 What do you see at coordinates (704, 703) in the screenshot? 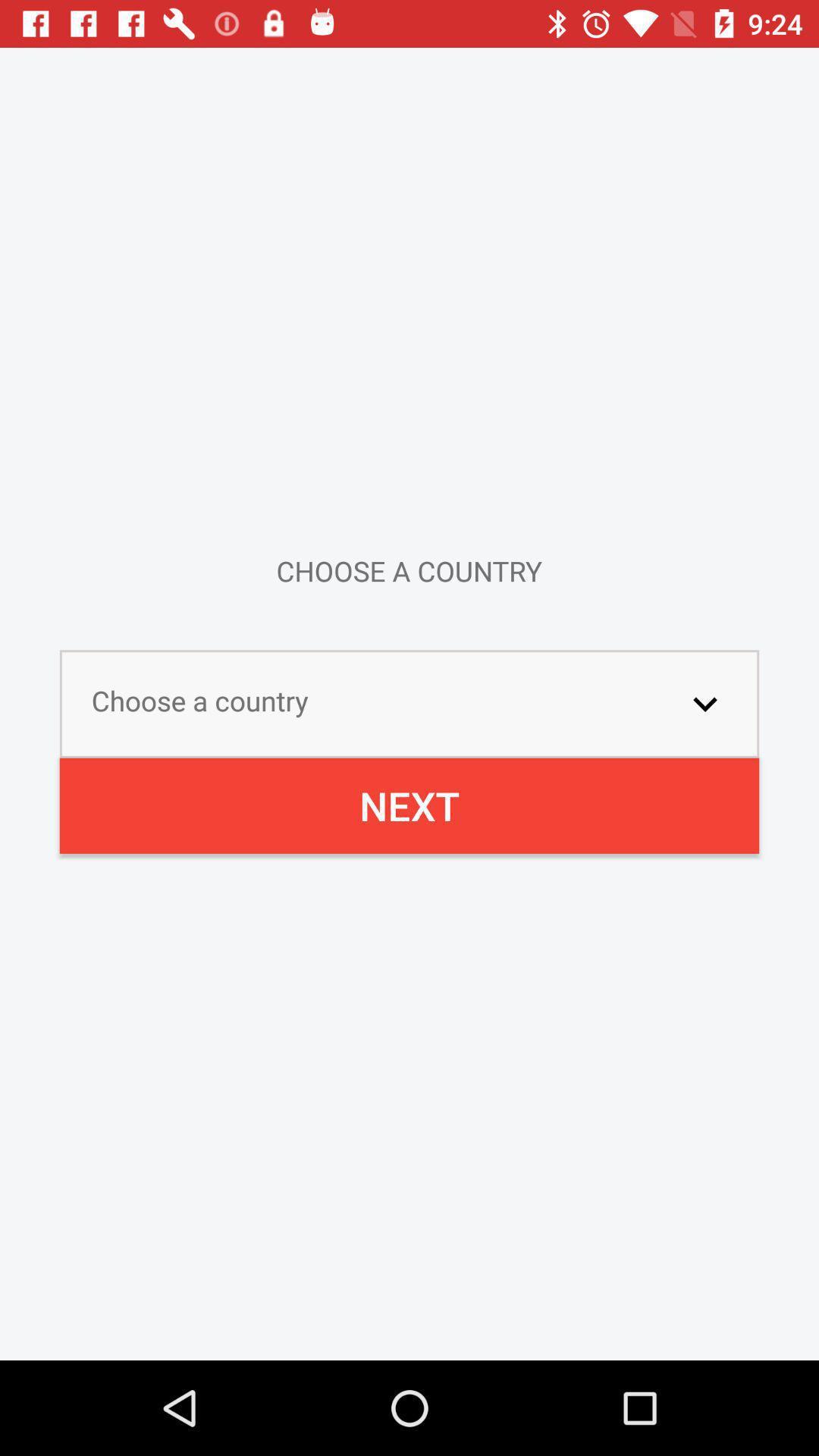
I see `icon to the right of the choose a country icon` at bounding box center [704, 703].